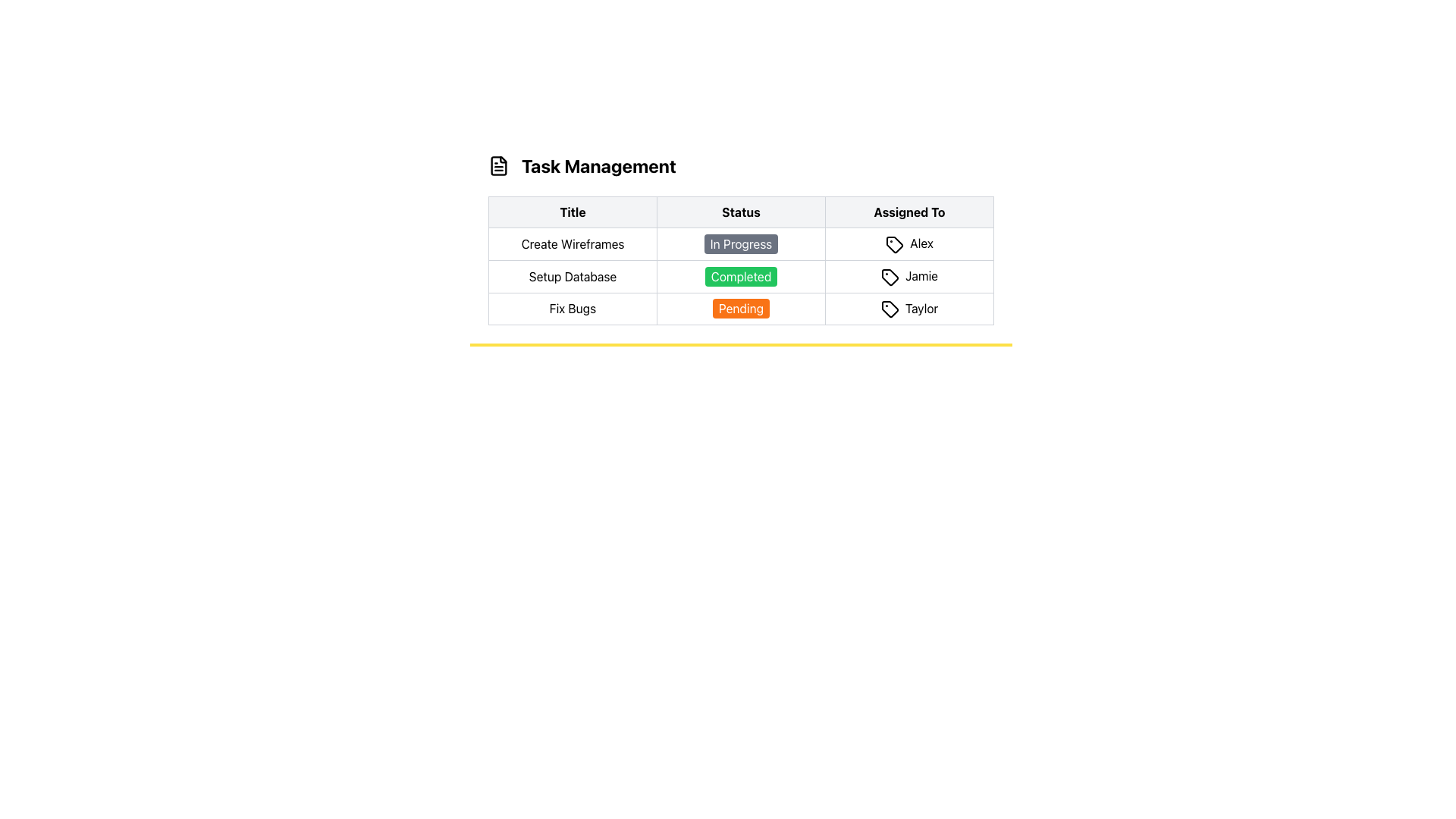 This screenshot has width=1456, height=819. I want to click on the icon indicating the status associated with 'Alex' in the 'Assigned To' column of the 'Create Wireframes' row, so click(895, 243).